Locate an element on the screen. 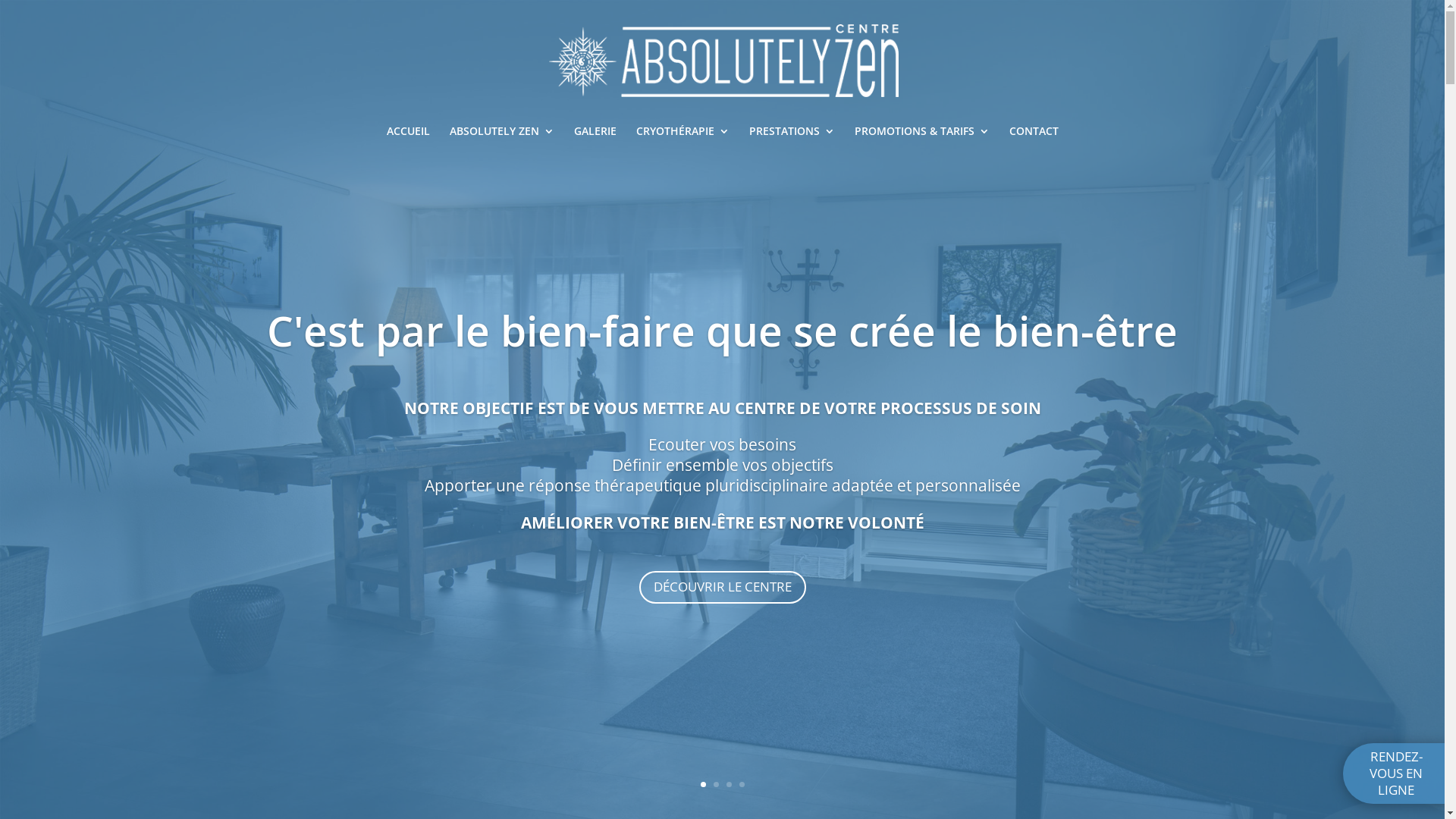 The height and width of the screenshot is (819, 1456). 'GALERIE' is located at coordinates (593, 136).